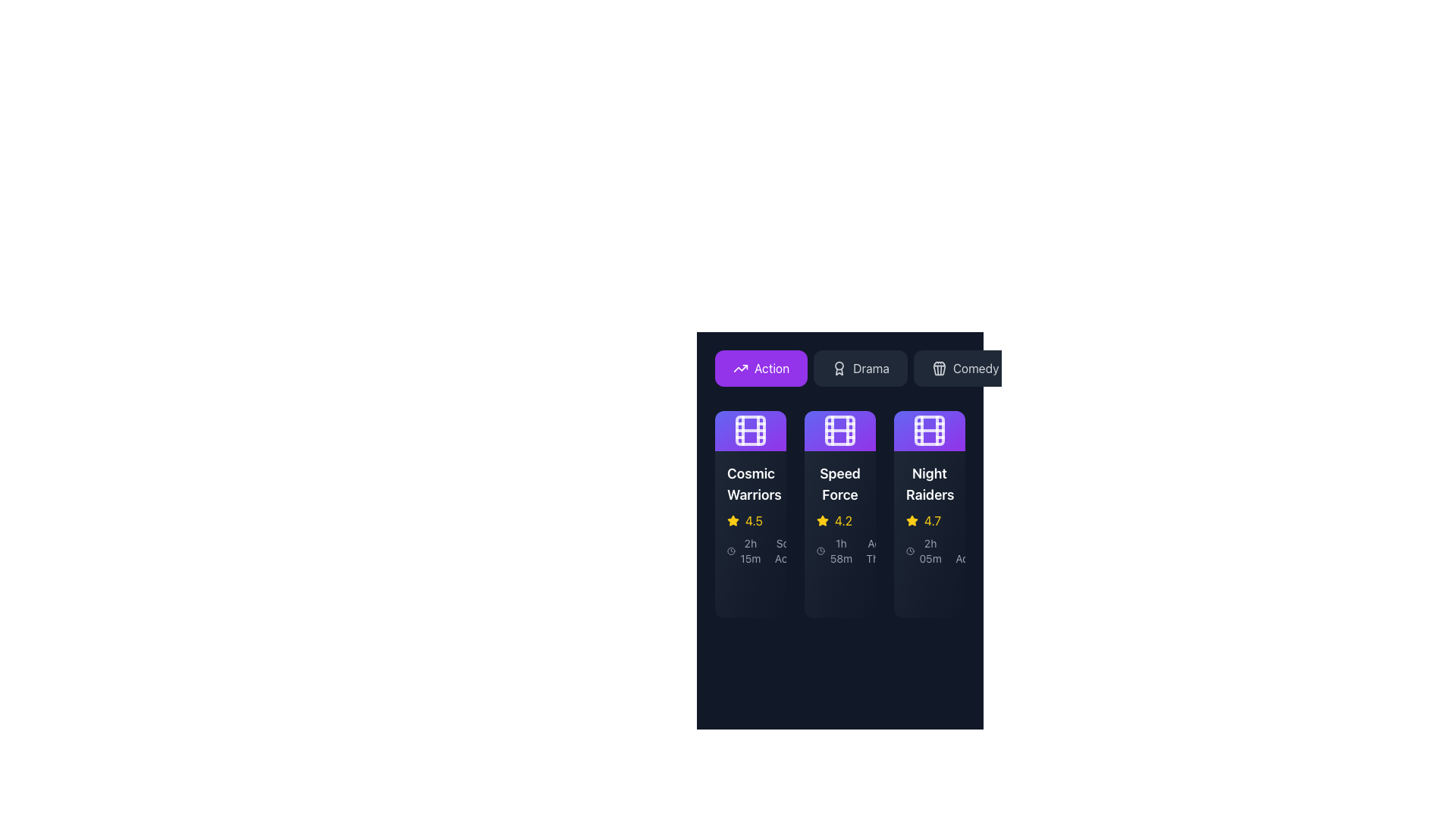 The height and width of the screenshot is (819, 1456). Describe the element at coordinates (834, 551) in the screenshot. I see `text content of the duration label for the movie 'Speed Force', located in the middle card of the second row, positioned below the star rating and above the genre description` at that location.